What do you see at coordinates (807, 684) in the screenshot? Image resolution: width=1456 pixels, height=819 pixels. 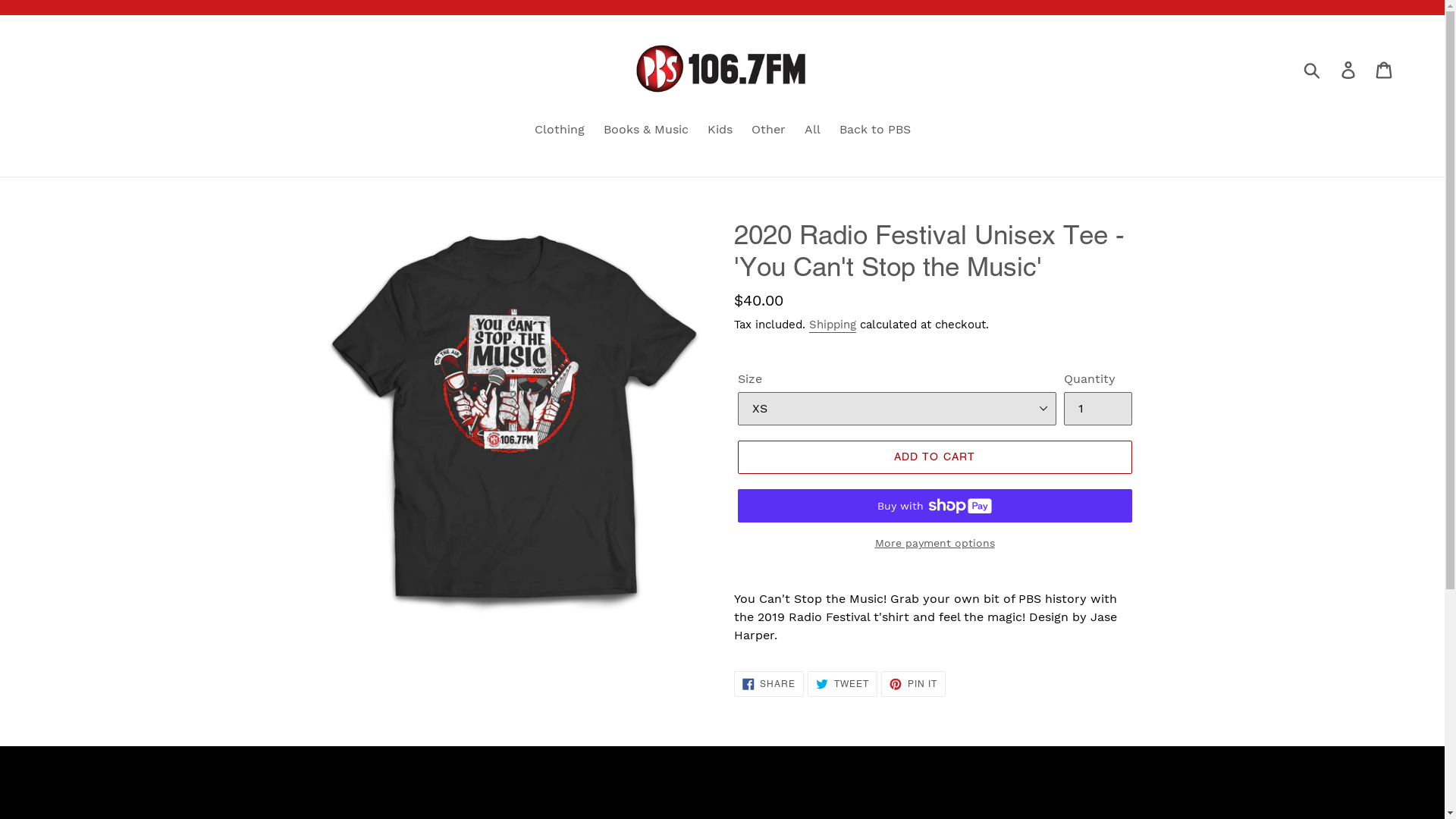 I see `'TWEET` at bounding box center [807, 684].